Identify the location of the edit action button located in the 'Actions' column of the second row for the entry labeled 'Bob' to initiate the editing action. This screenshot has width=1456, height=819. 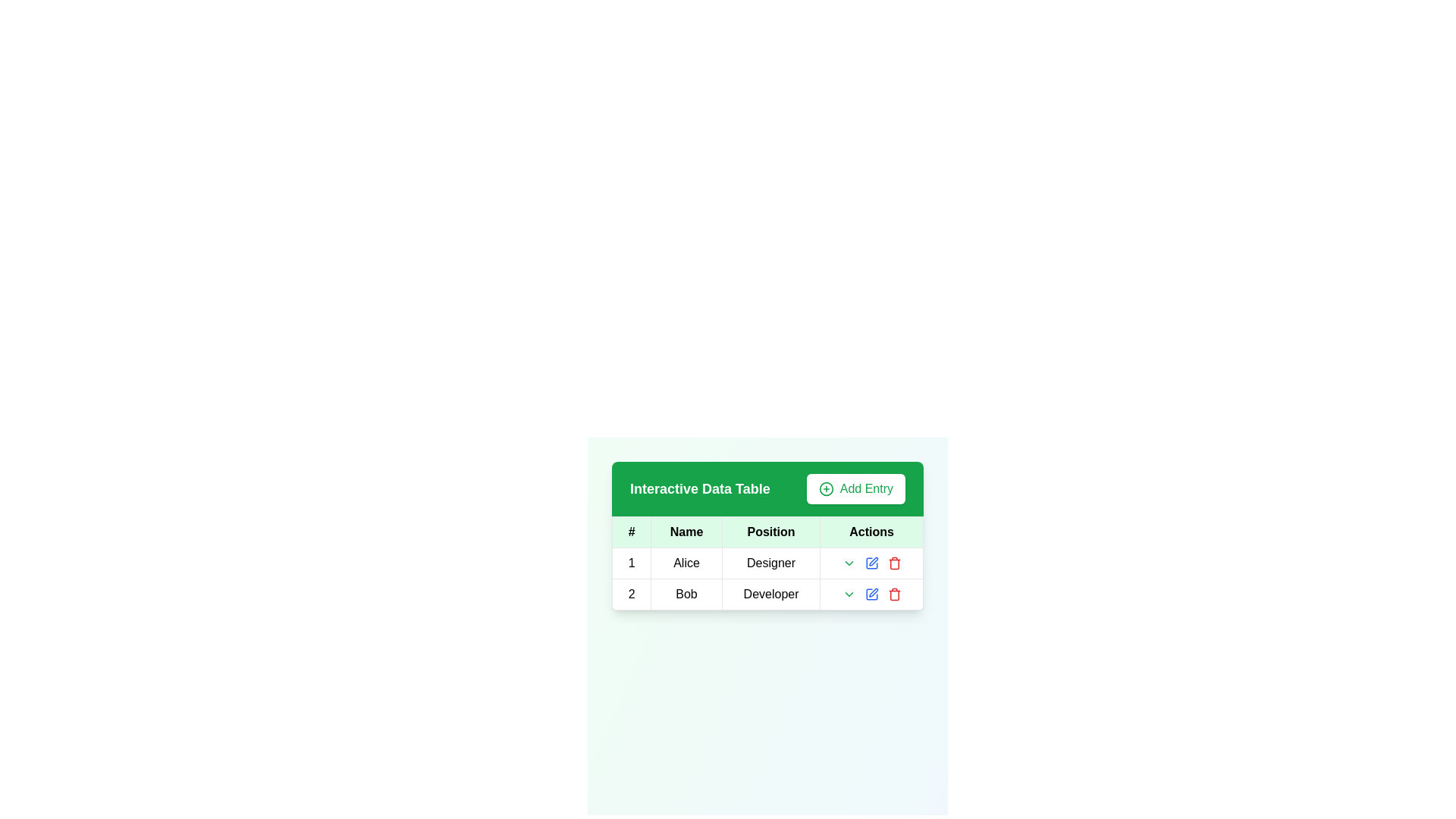
(871, 563).